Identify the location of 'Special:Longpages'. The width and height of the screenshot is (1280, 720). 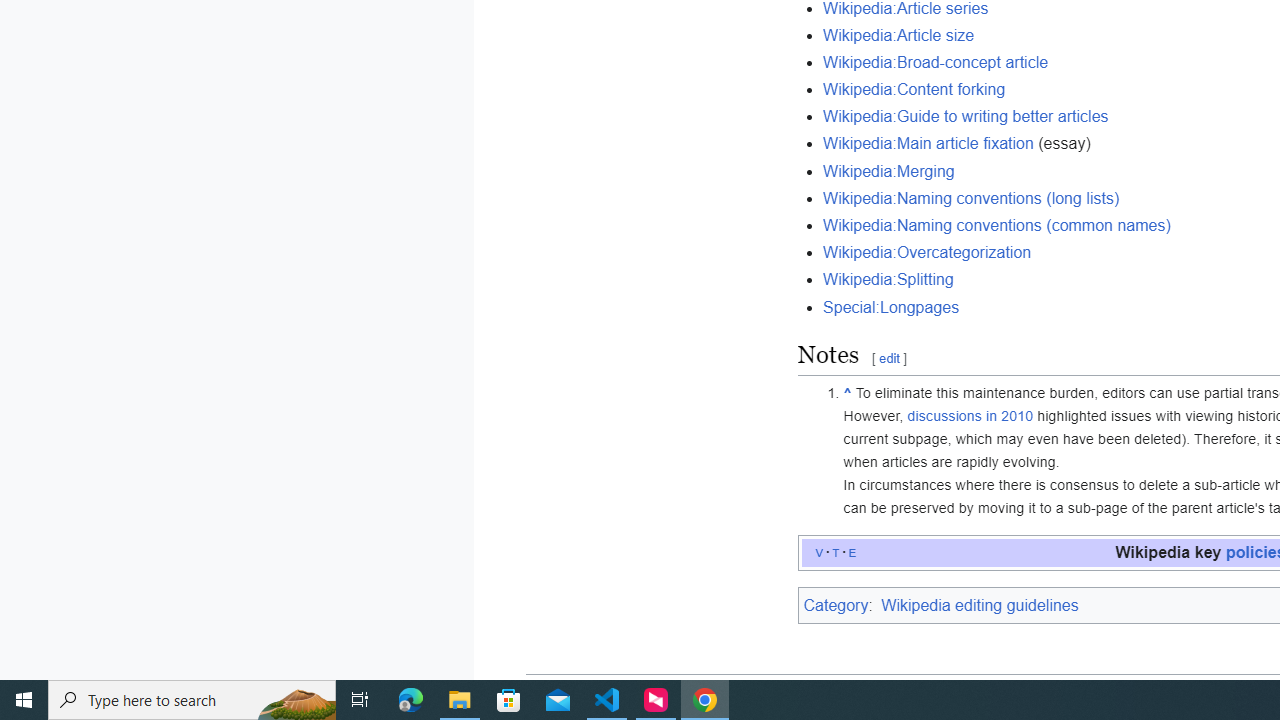
(890, 307).